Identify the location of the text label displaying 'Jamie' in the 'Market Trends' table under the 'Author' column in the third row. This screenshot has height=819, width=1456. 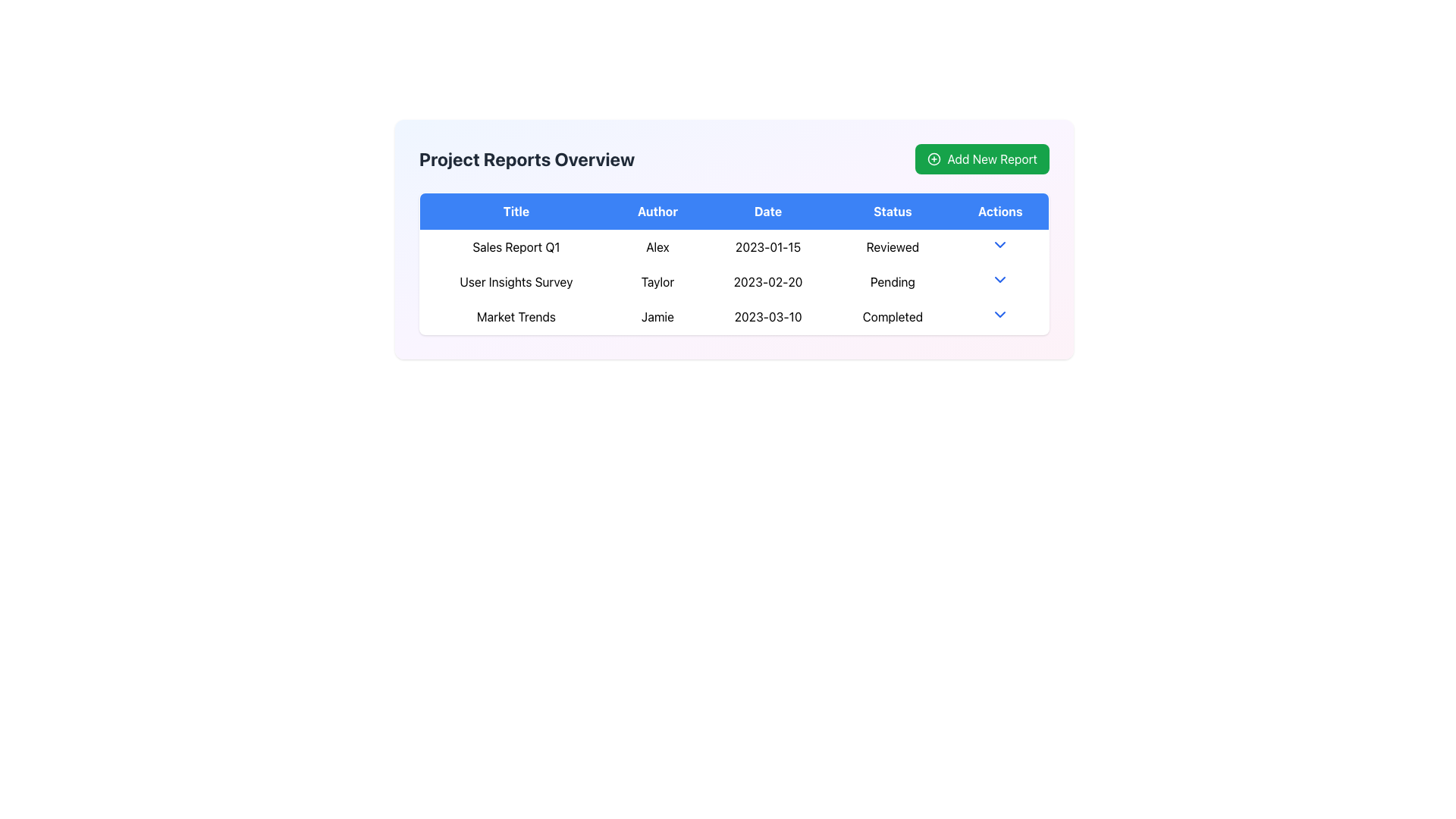
(657, 316).